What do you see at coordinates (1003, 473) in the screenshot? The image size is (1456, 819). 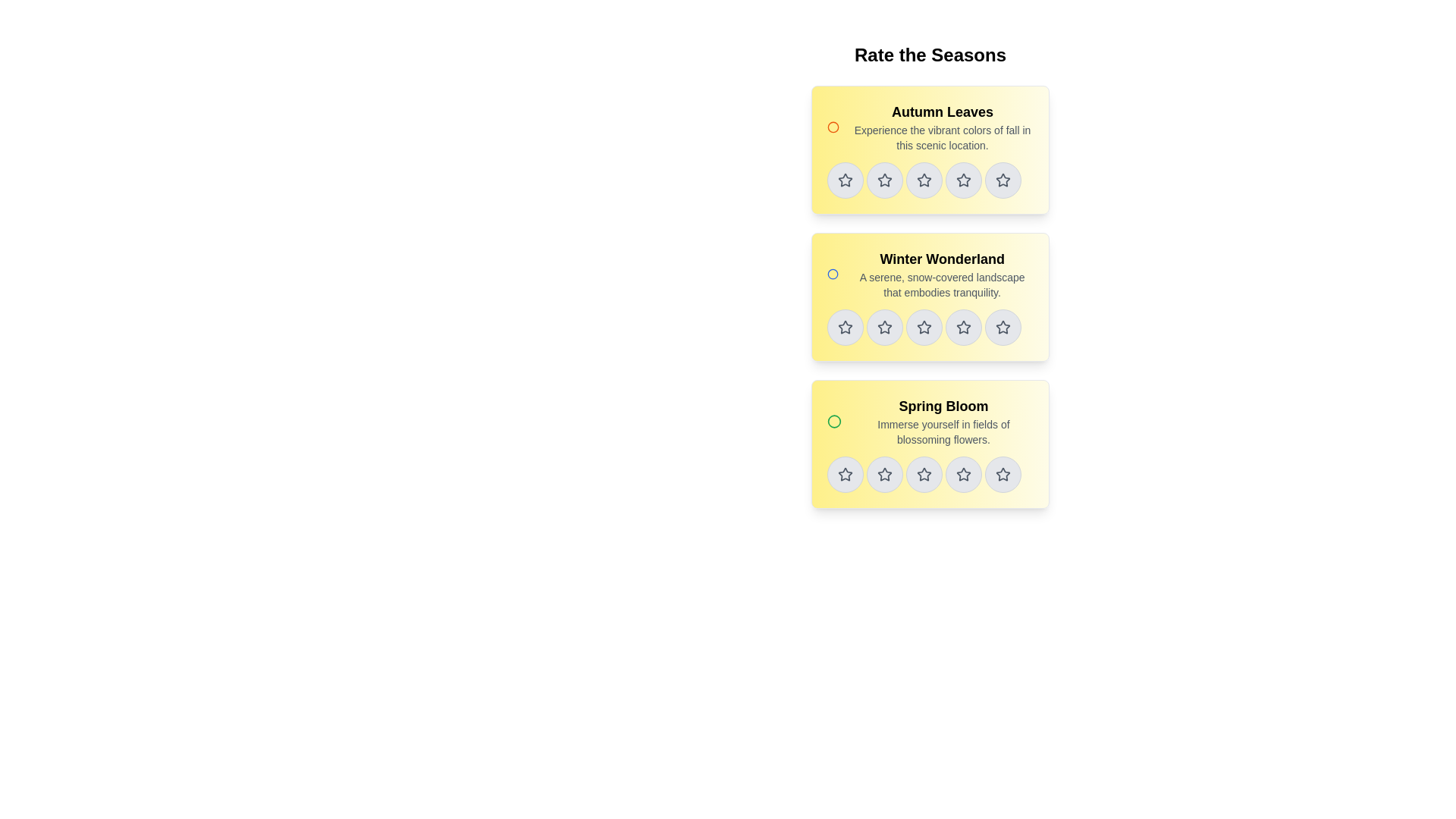 I see `the interactive star icon used for rating the 'Spring Bloom' card's content` at bounding box center [1003, 473].